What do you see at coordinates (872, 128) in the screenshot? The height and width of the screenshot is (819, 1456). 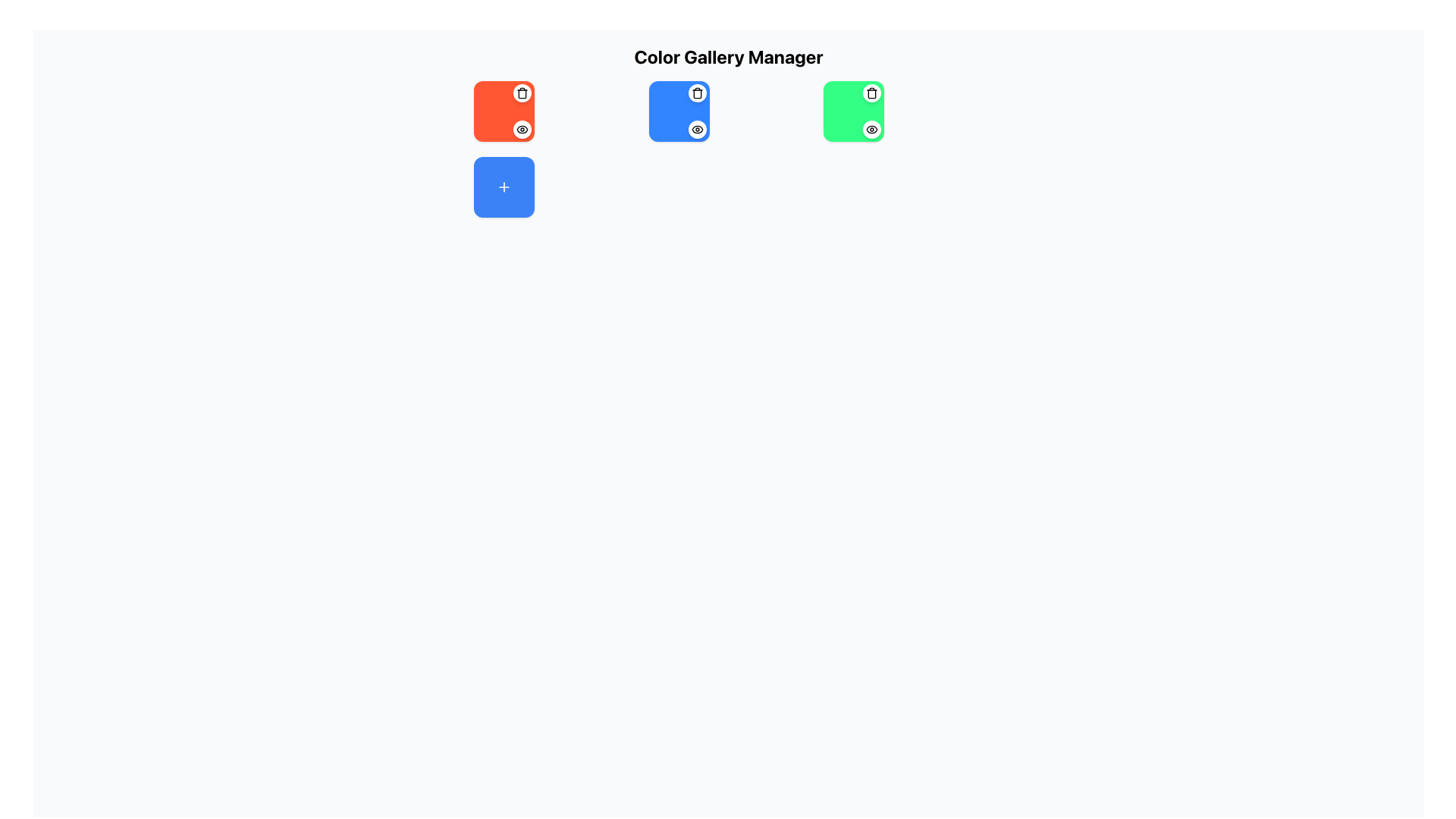 I see `the small circular button with a black outlined eye icon located in the bottom-right corner of the green box to invoke the view function` at bounding box center [872, 128].